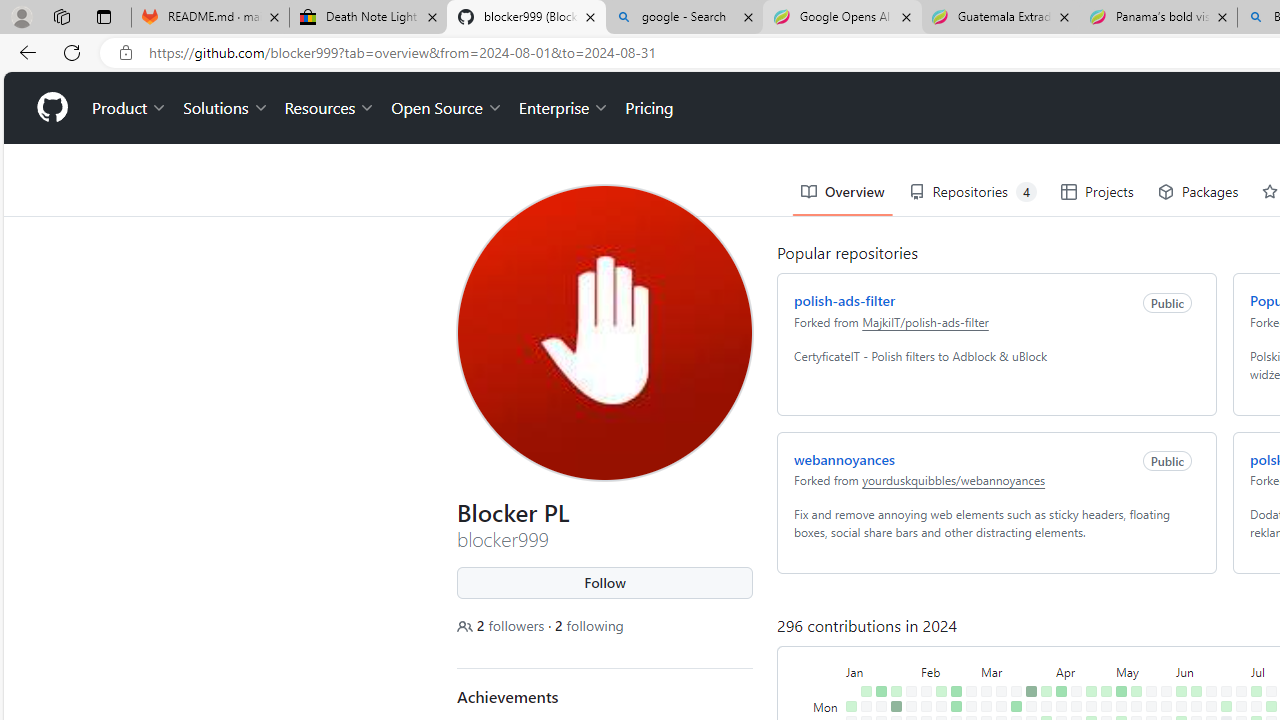  What do you see at coordinates (61, 16) in the screenshot?
I see `'Workspaces'` at bounding box center [61, 16].